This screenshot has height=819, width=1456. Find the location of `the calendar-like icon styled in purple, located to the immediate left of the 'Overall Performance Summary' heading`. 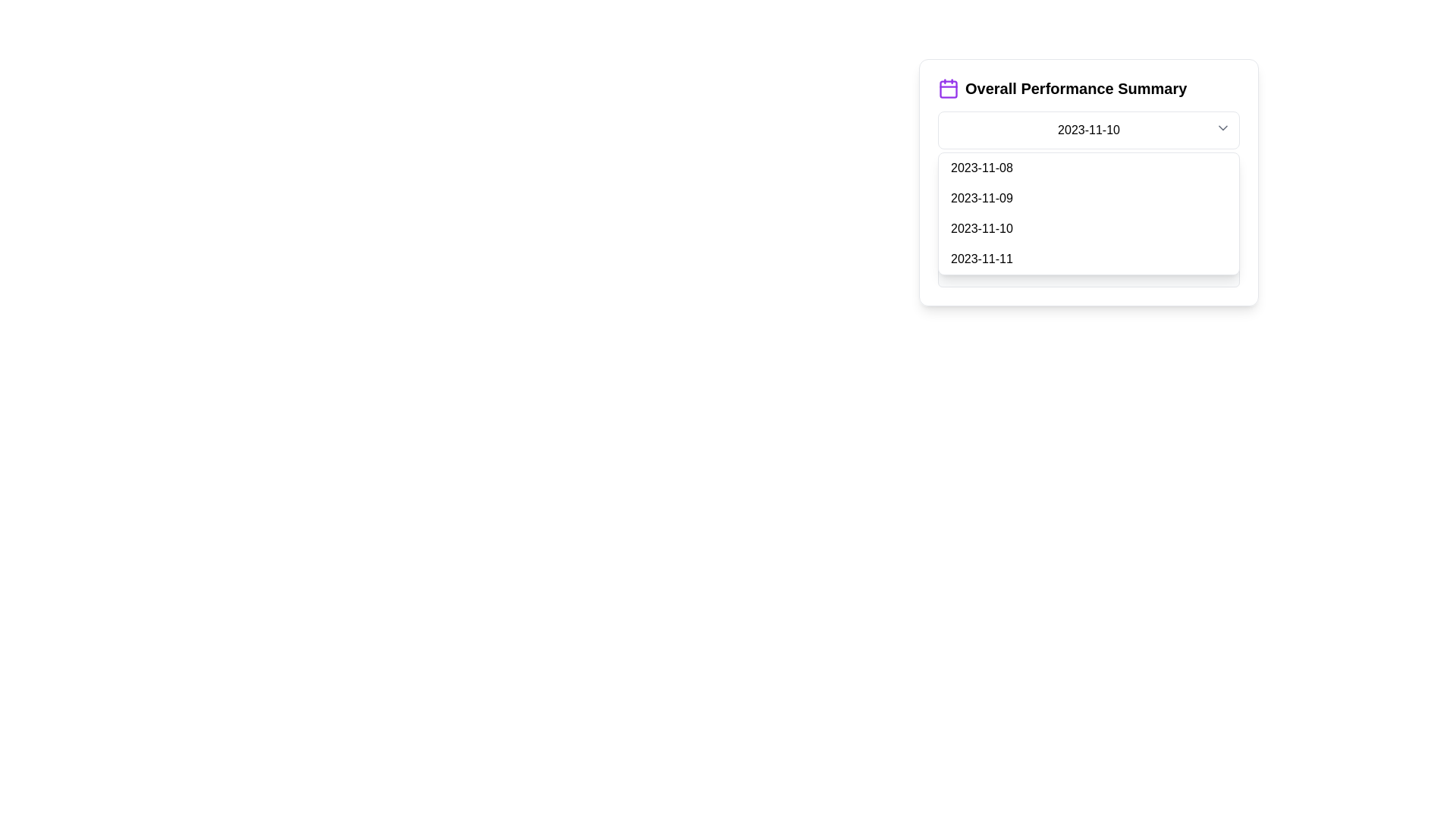

the calendar-like icon styled in purple, located to the immediate left of the 'Overall Performance Summary' heading is located at coordinates (948, 88).